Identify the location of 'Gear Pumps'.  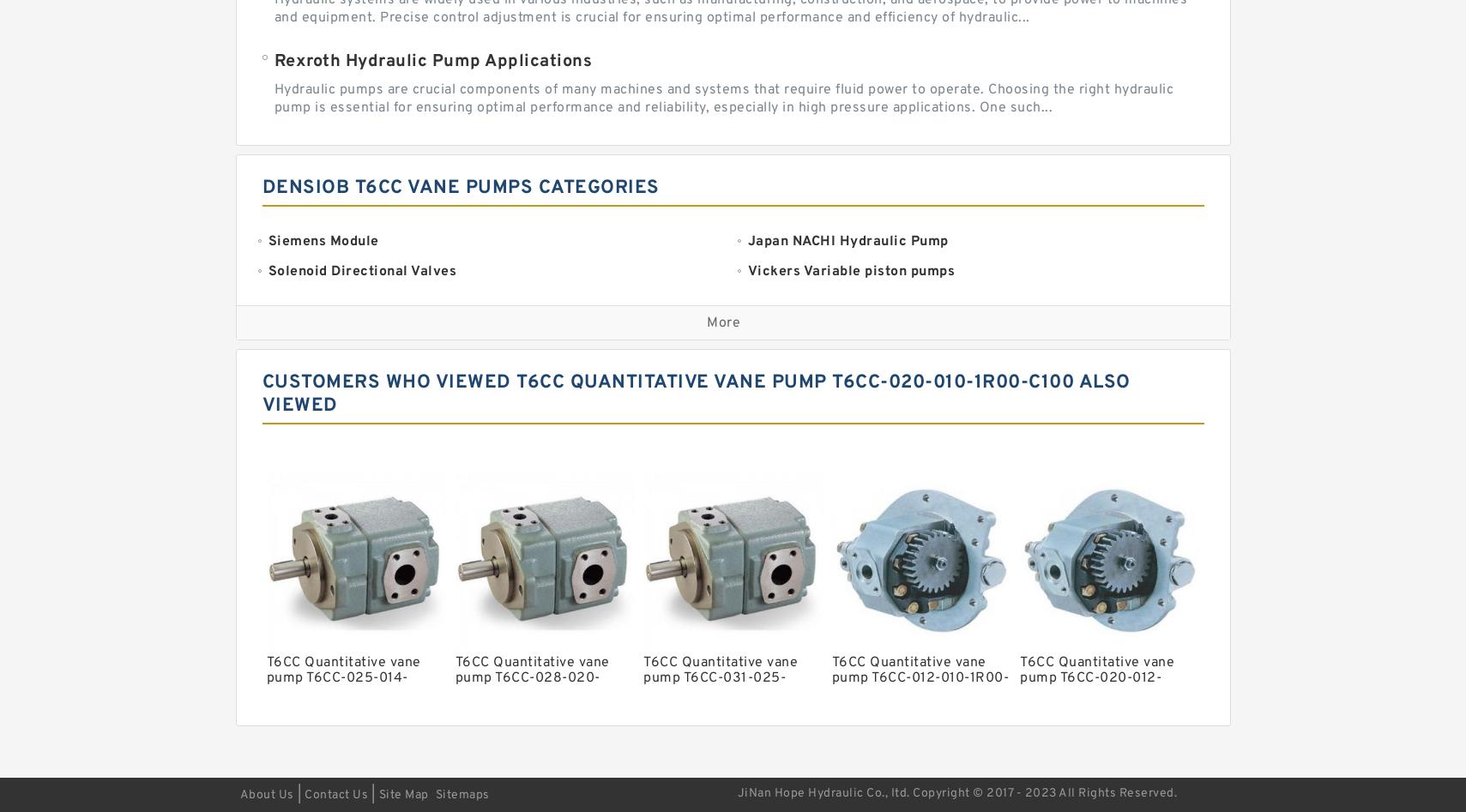
(787, 570).